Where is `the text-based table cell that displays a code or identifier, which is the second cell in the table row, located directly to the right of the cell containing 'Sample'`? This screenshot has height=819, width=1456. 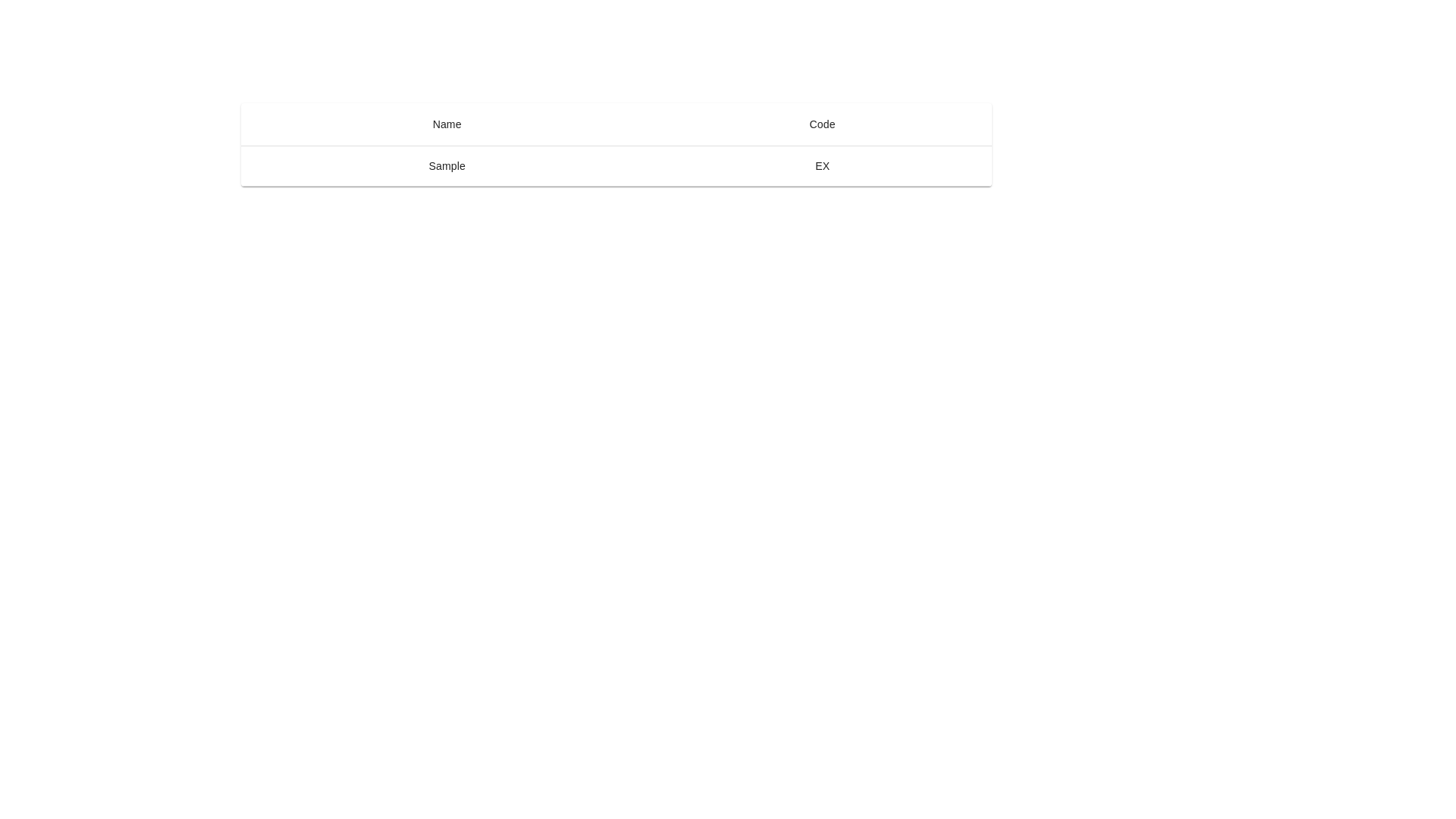
the text-based table cell that displays a code or identifier, which is the second cell in the table row, located directly to the right of the cell containing 'Sample' is located at coordinates (821, 166).